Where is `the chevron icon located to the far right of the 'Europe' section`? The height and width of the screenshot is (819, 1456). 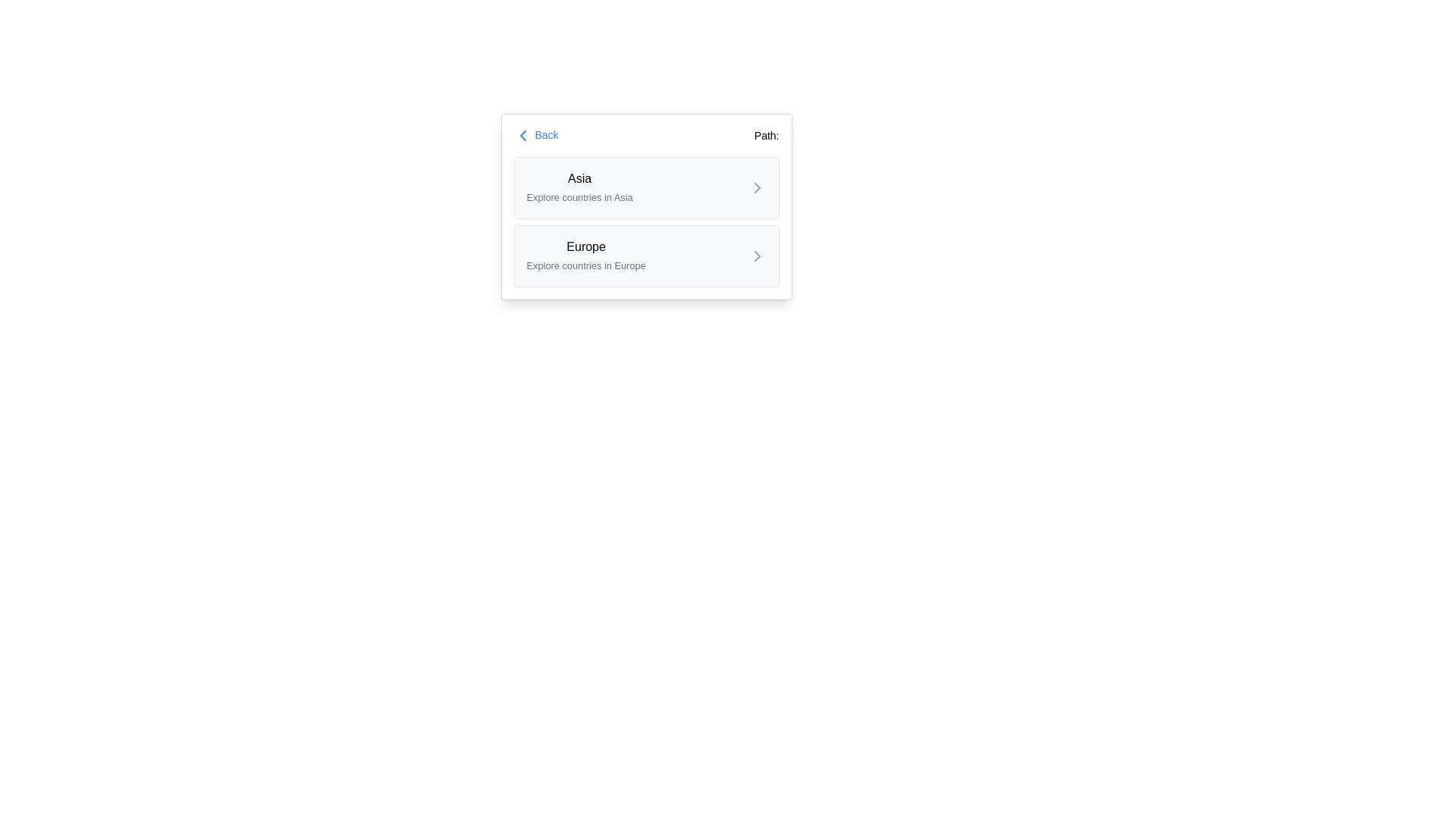
the chevron icon located to the far right of the 'Europe' section is located at coordinates (757, 256).